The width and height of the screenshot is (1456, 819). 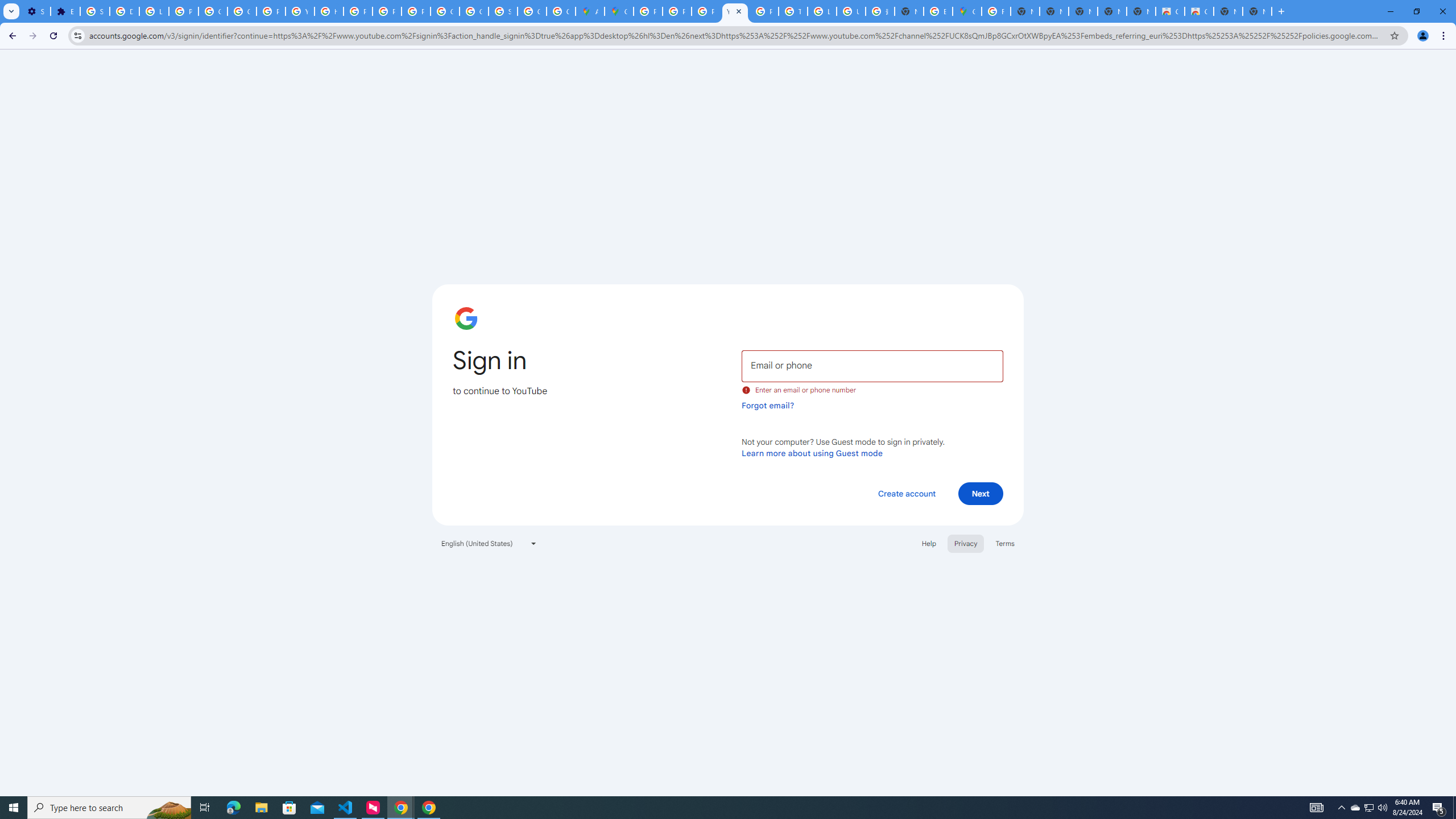 What do you see at coordinates (619, 11) in the screenshot?
I see `'Google Maps'` at bounding box center [619, 11].